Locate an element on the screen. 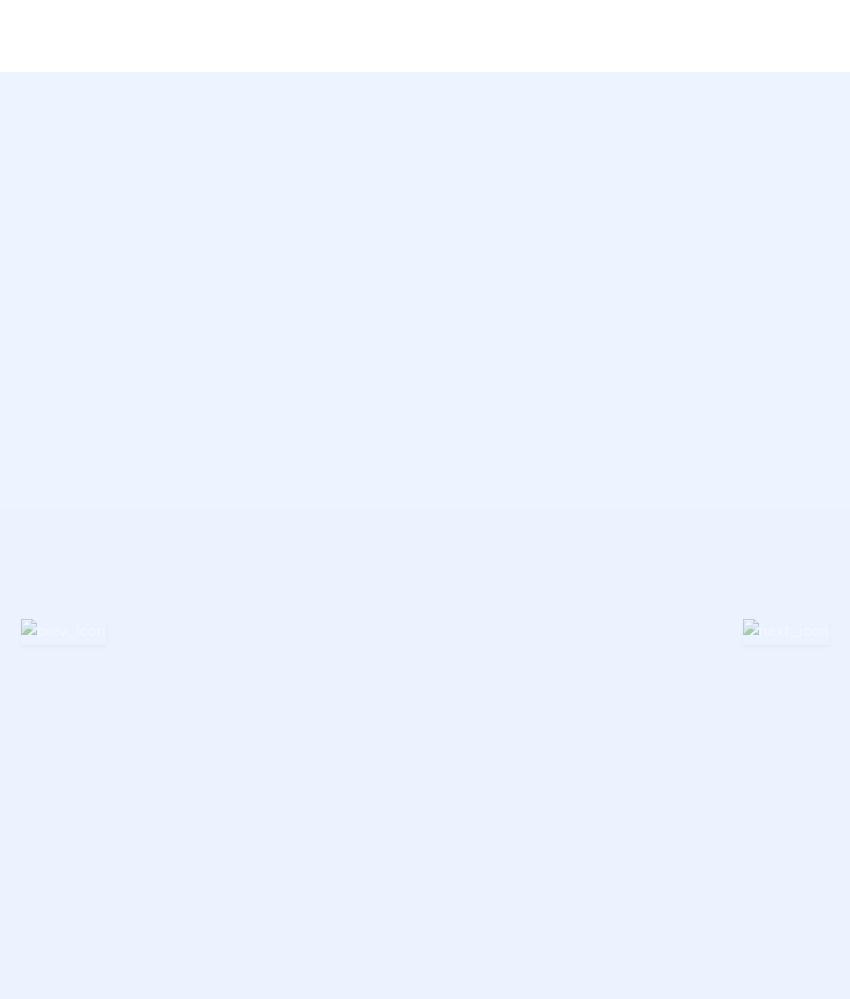 This screenshot has width=850, height=999. 'Toppers Talk' is located at coordinates (515, 527).